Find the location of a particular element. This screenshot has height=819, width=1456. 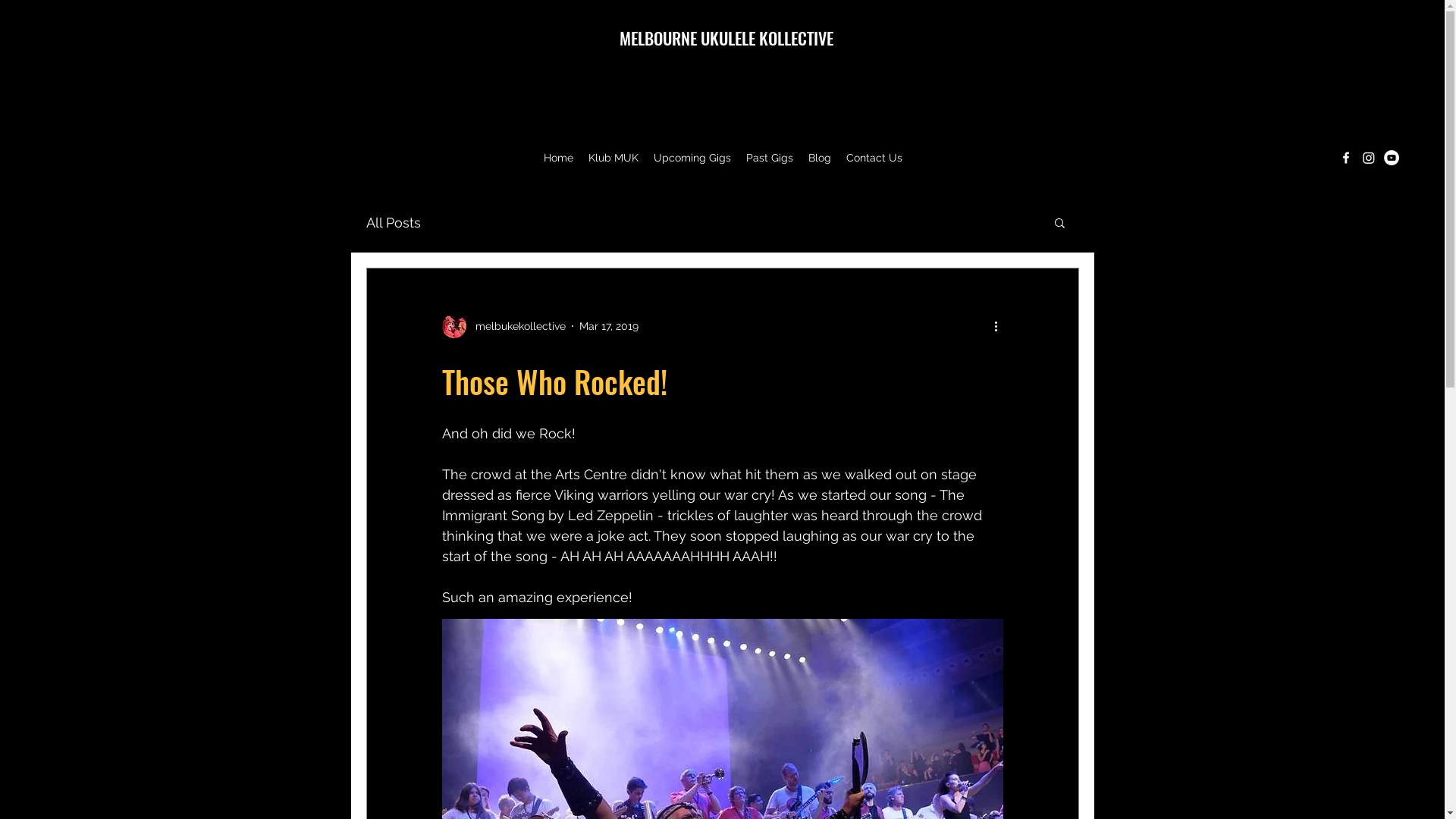

'Klub MUK' is located at coordinates (580, 158).